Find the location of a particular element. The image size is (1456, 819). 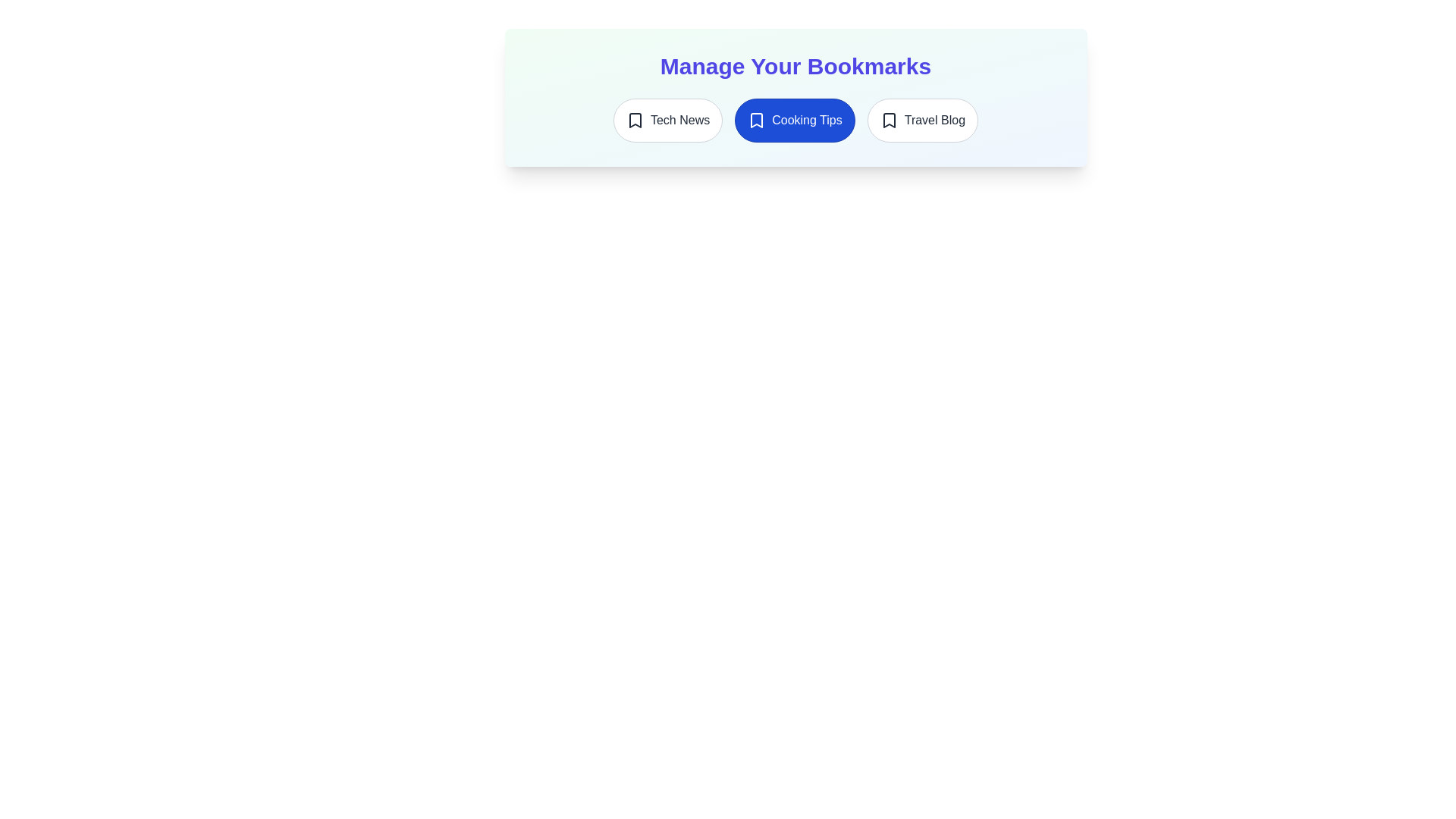

the bookmark Travel Blog is located at coordinates (921, 119).